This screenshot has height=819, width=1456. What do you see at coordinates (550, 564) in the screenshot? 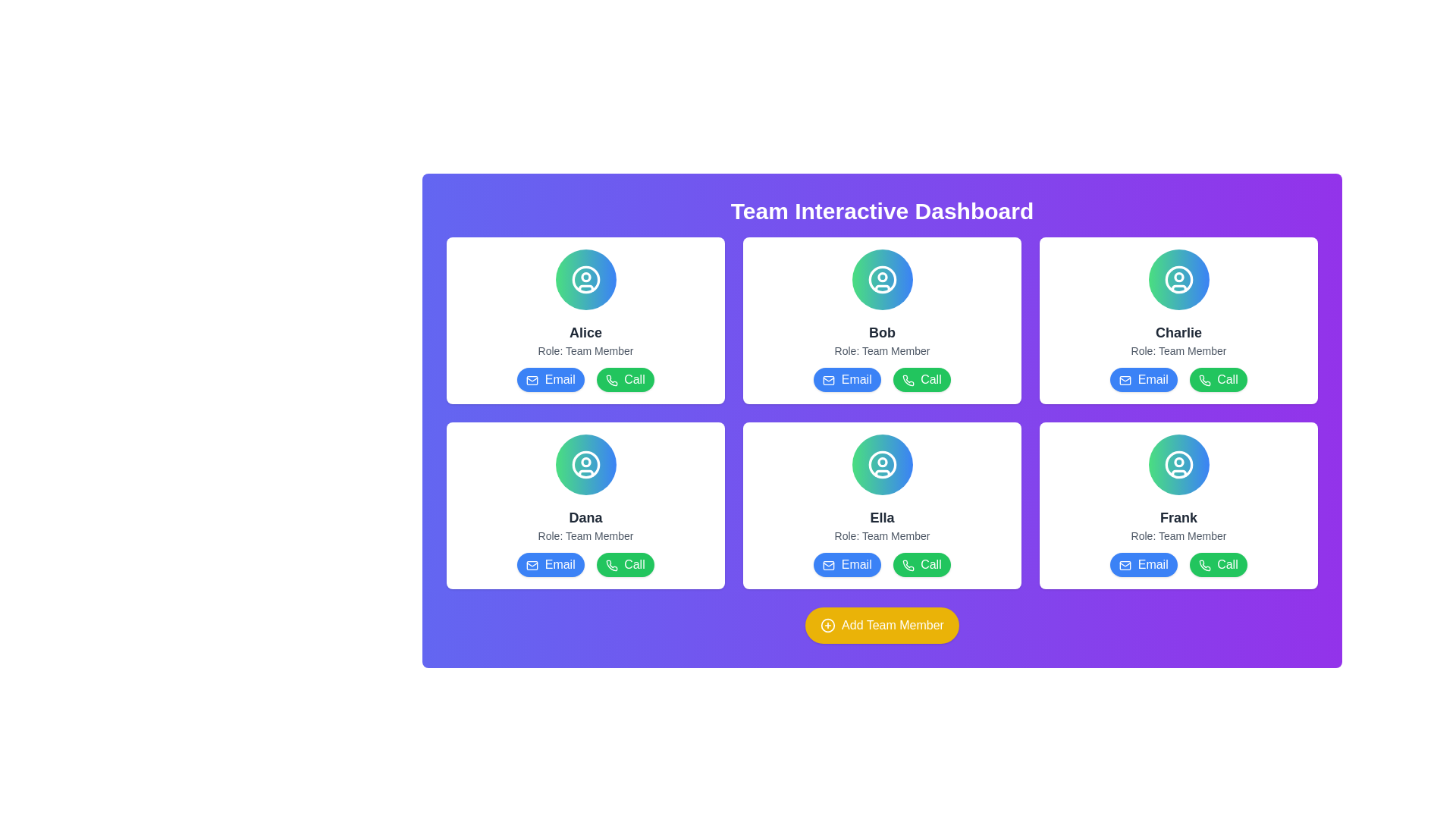
I see `the email button located in the lower section of the 'Dana' card on the dashboard to send an email` at bounding box center [550, 564].